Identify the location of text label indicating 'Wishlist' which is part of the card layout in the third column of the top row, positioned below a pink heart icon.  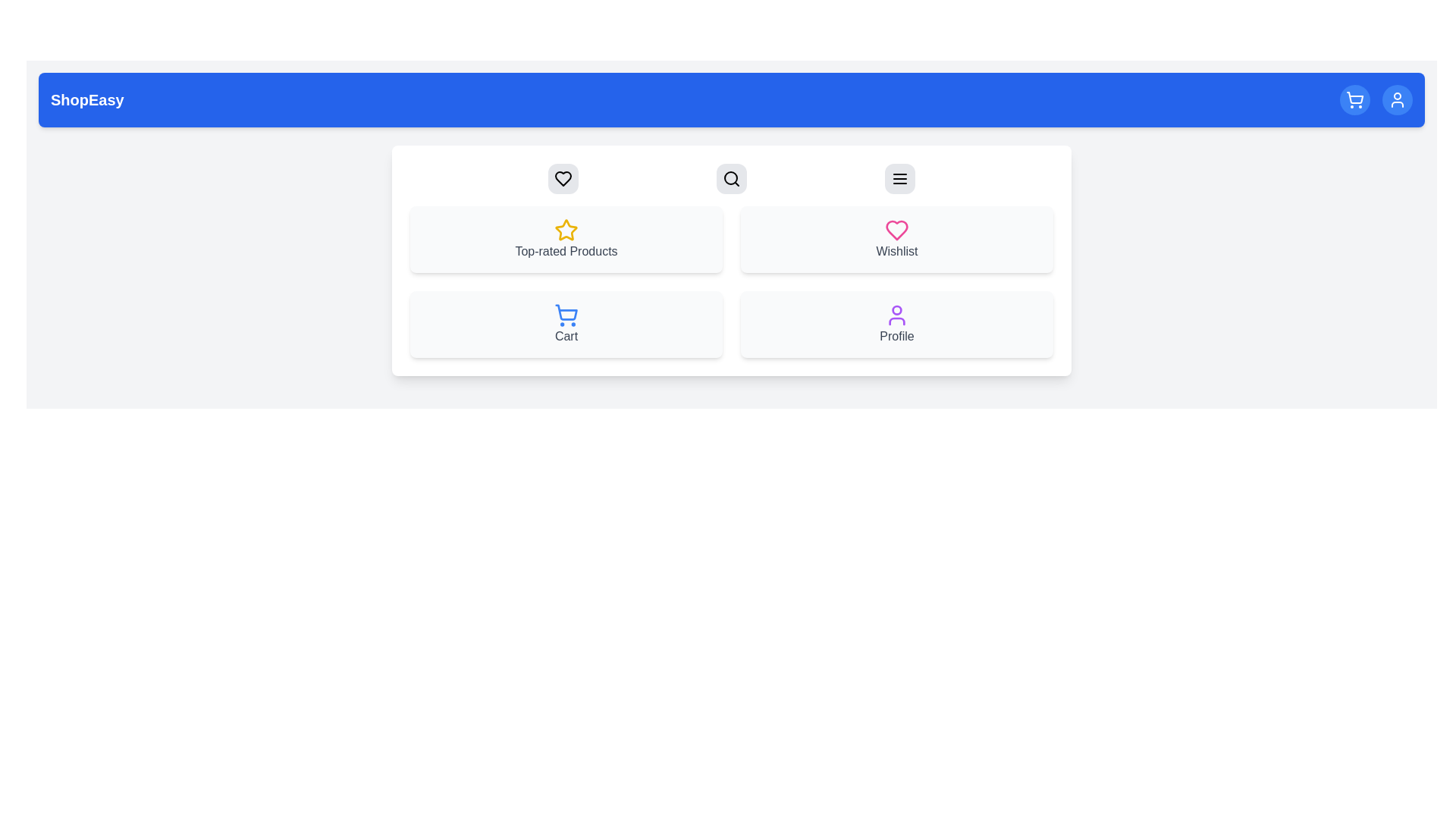
(896, 250).